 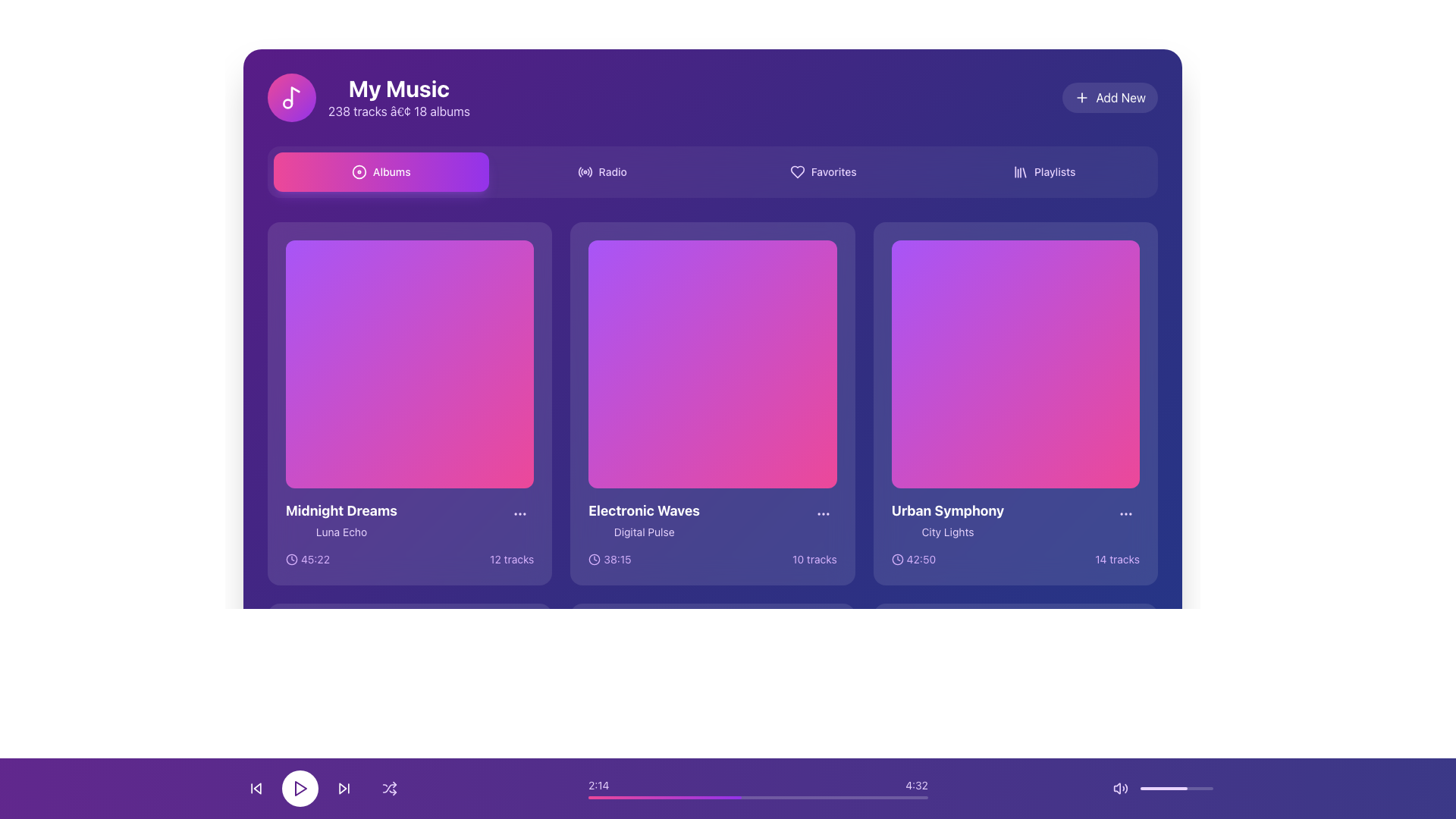 I want to click on the progress bar segment located near the bottom-right corner of the application interface, so click(x=1163, y=788).